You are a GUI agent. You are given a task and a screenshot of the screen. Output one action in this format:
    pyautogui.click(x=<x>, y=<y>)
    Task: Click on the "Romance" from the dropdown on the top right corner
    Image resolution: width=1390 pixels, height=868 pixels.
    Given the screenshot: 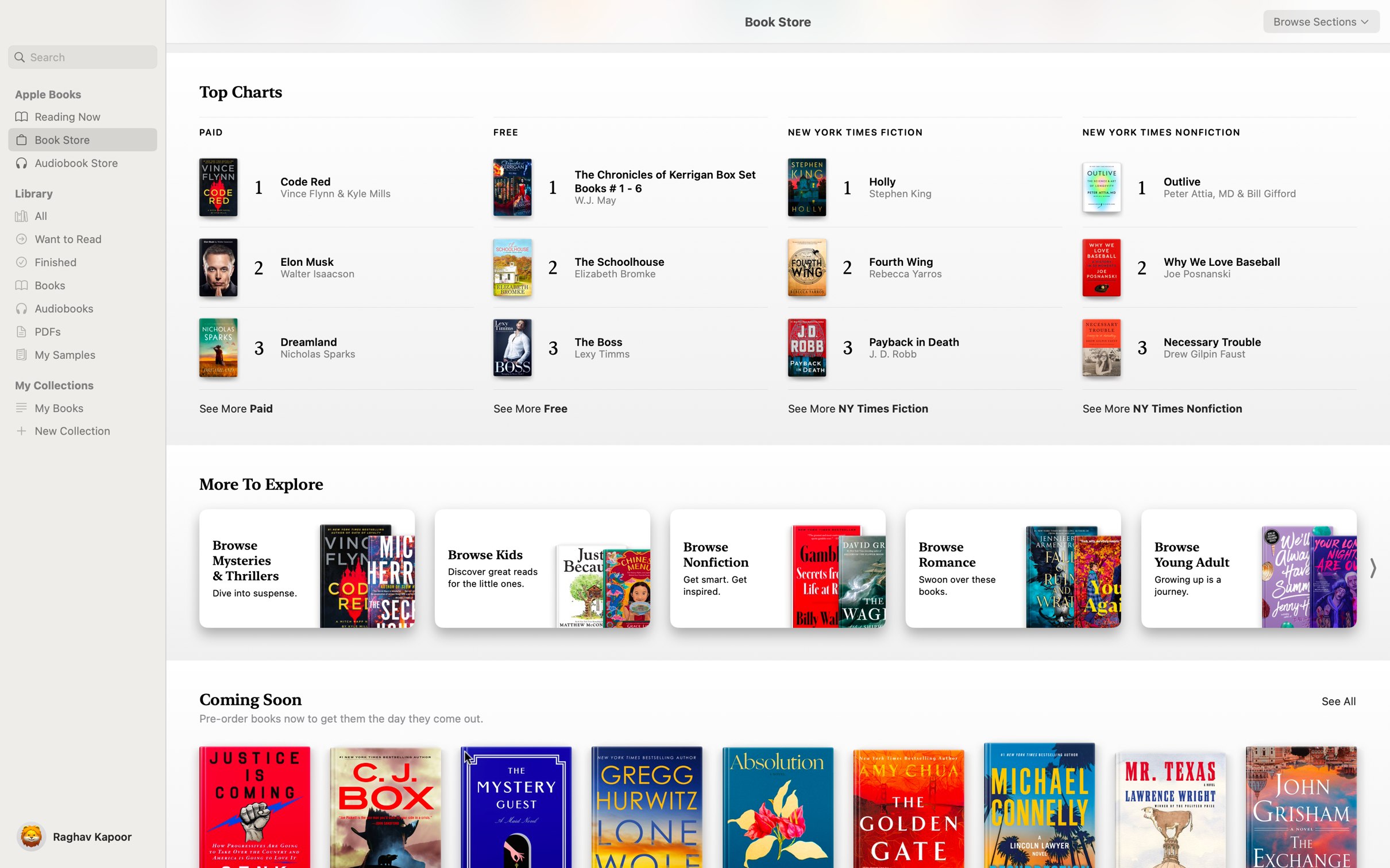 What is the action you would take?
    pyautogui.click(x=1321, y=21)
    